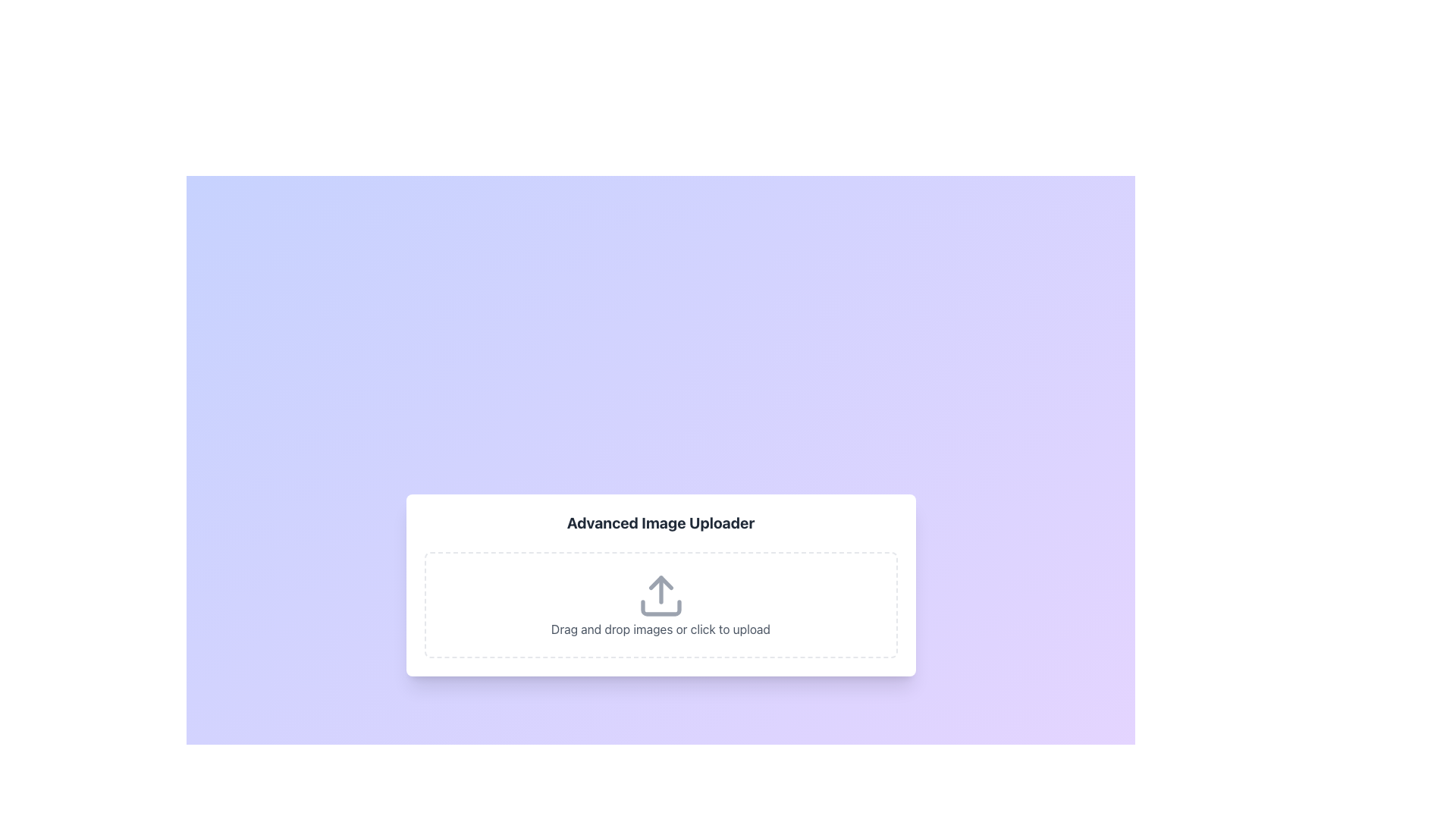 The image size is (1456, 819). Describe the element at coordinates (661, 604) in the screenshot. I see `and drop files into the File Upload Area located below the title 'Advanced Image Uploader'` at that location.